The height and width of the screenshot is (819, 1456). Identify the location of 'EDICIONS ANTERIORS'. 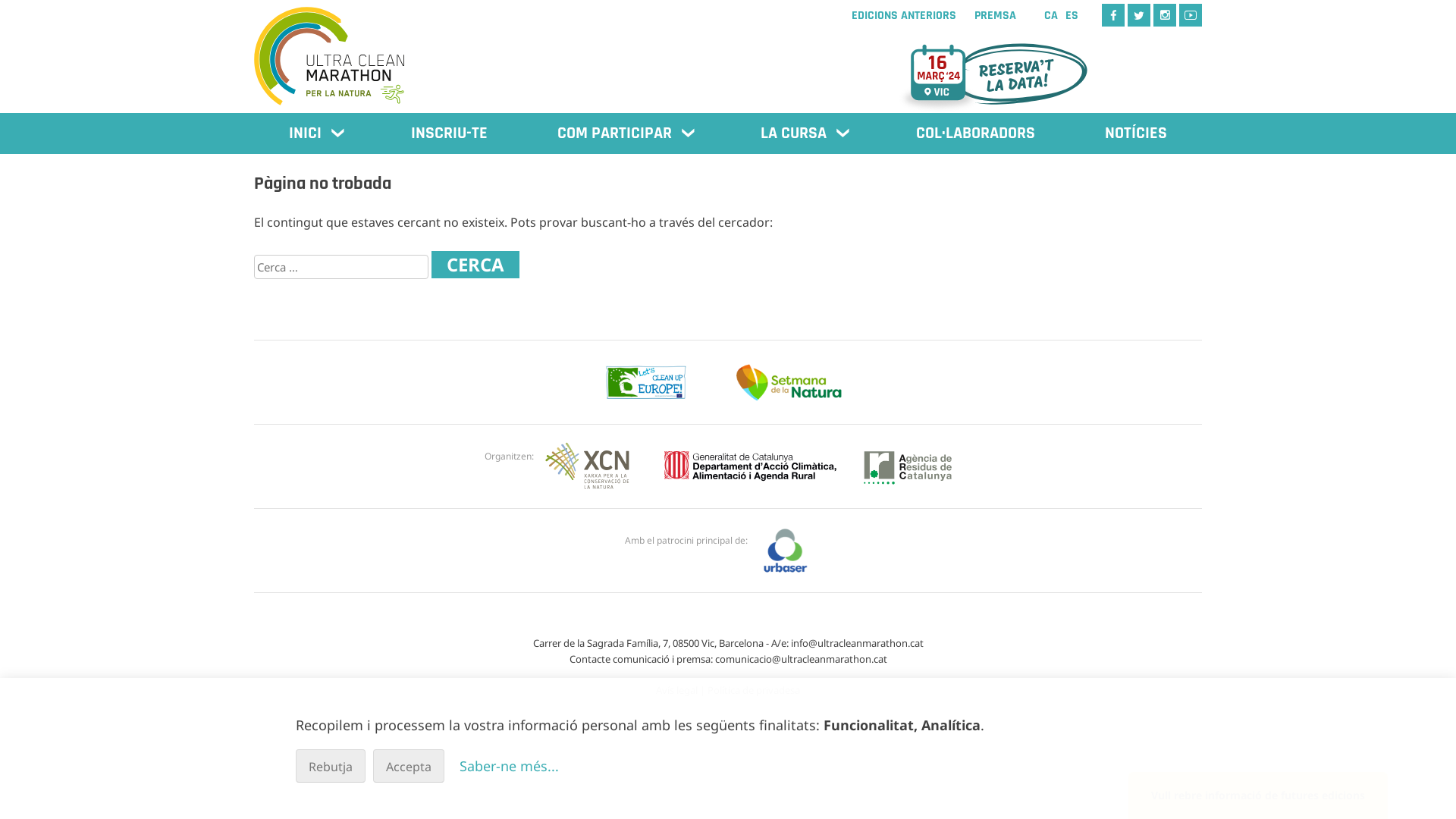
(843, 15).